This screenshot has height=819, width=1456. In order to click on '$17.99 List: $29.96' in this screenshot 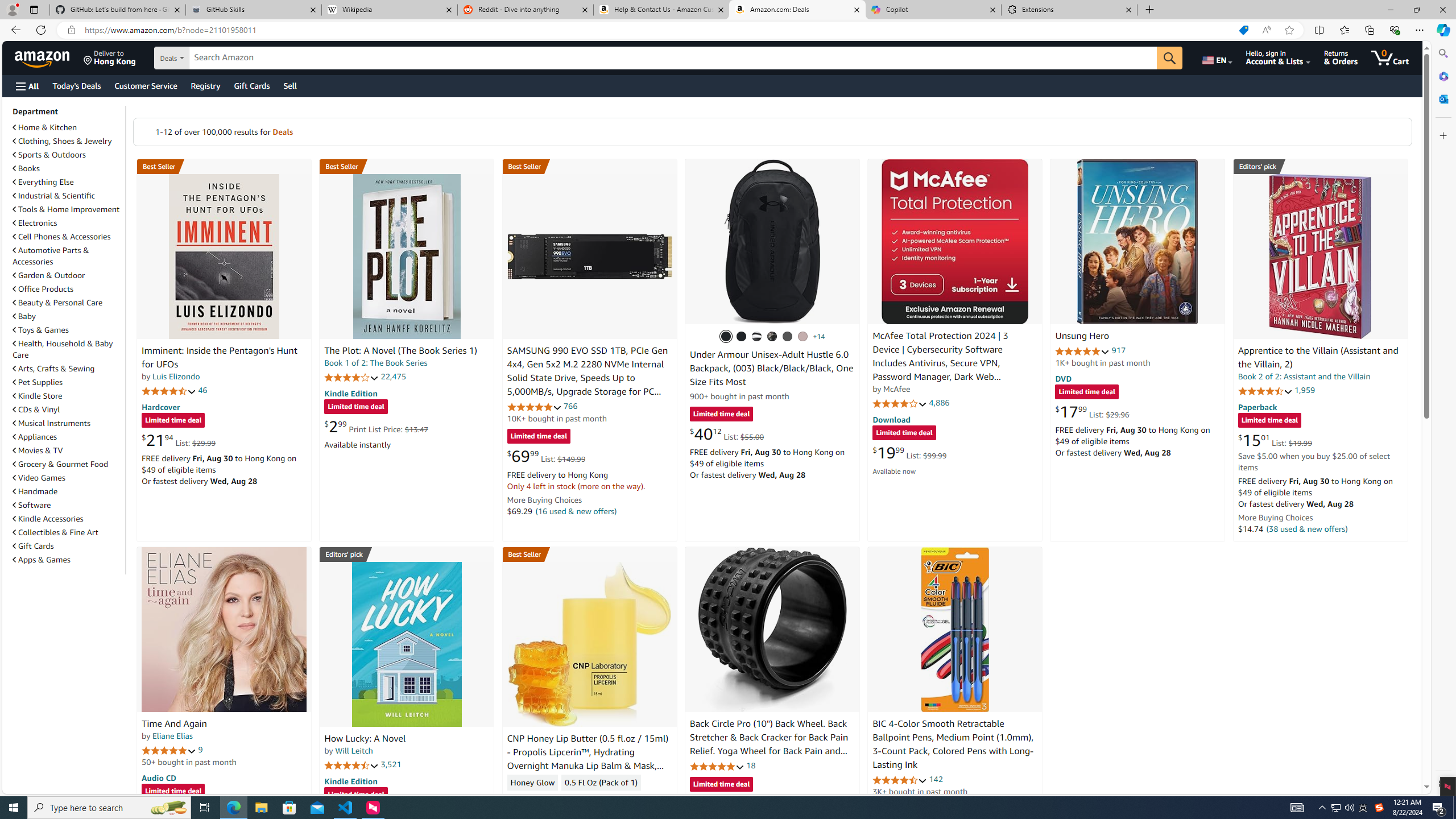, I will do `click(1092, 411)`.